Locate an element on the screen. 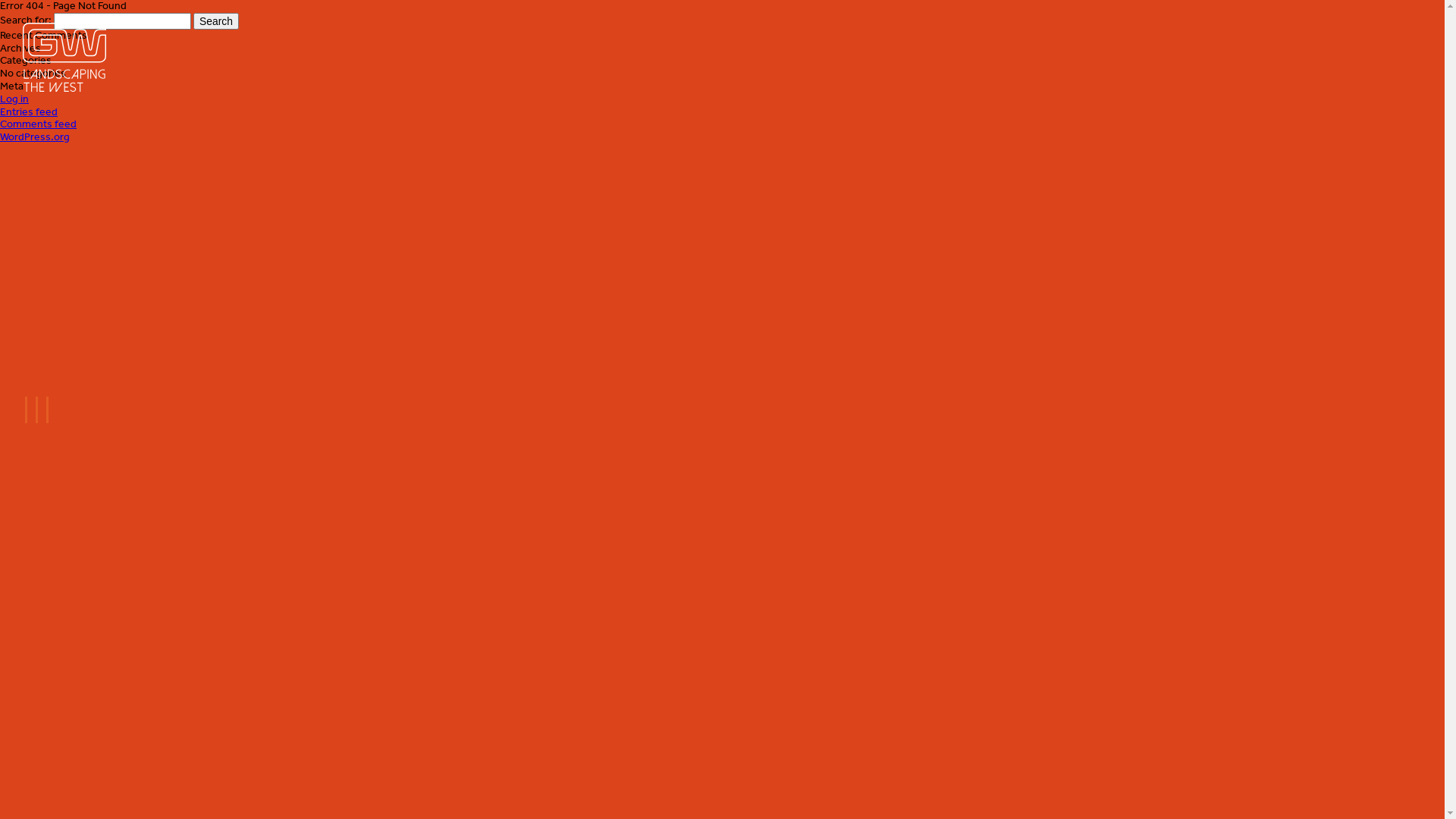 Image resolution: width=1456 pixels, height=819 pixels. 'Search' is located at coordinates (215, 20).